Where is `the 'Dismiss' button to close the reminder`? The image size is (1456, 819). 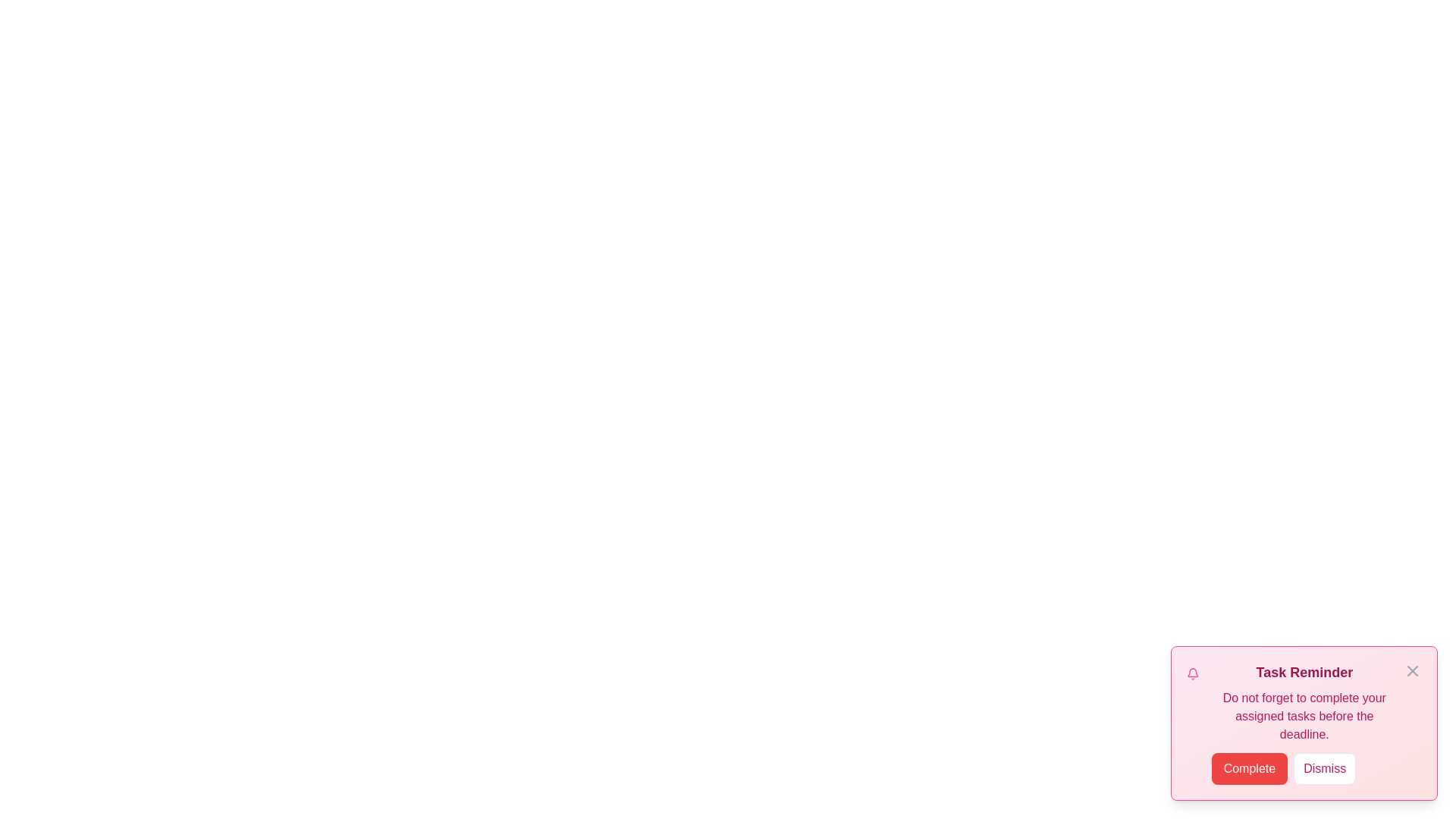 the 'Dismiss' button to close the reminder is located at coordinates (1324, 769).